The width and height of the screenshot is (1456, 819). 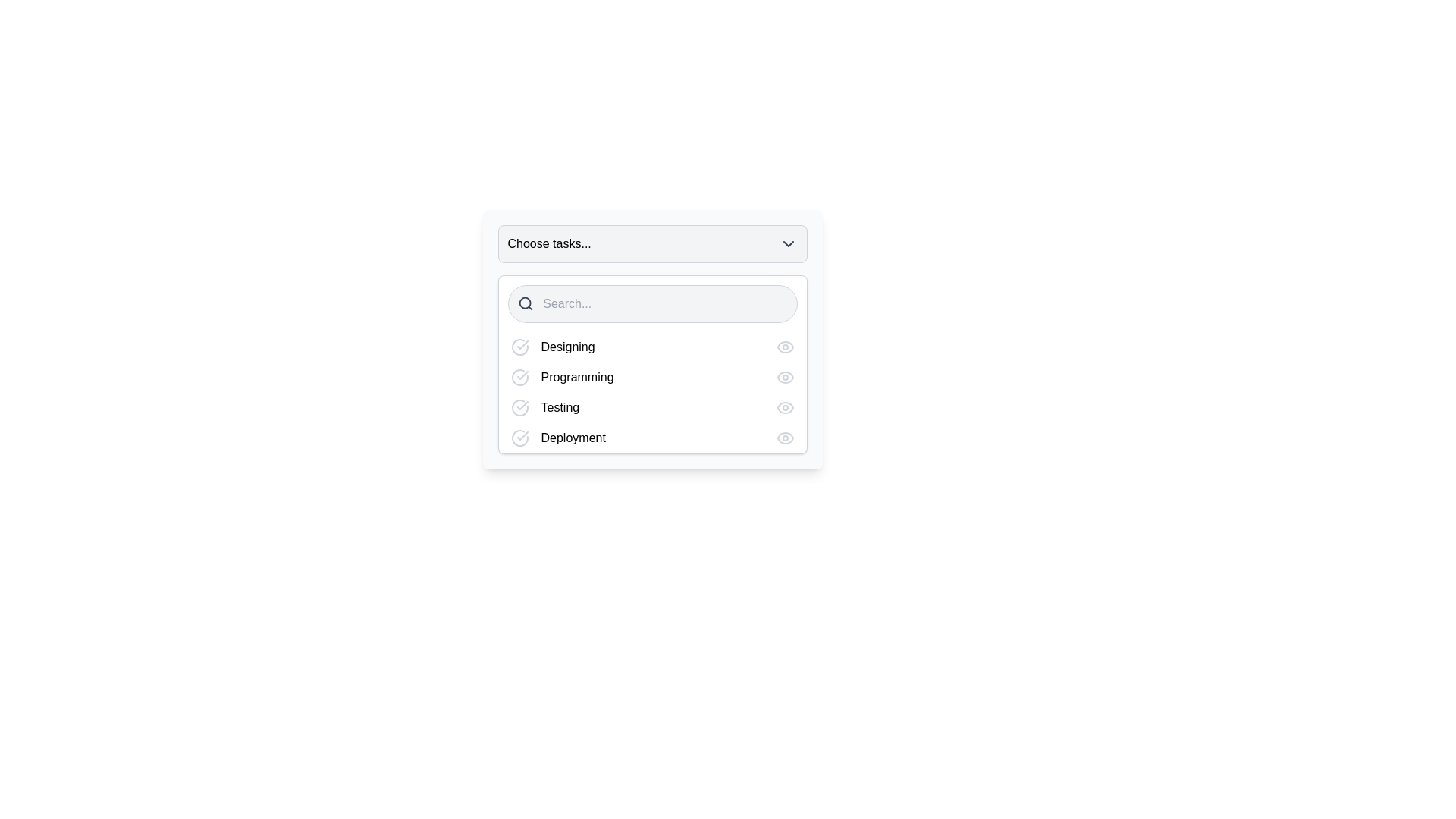 What do you see at coordinates (522, 375) in the screenshot?
I see `the visual indicator icon for the 'Programming' task` at bounding box center [522, 375].